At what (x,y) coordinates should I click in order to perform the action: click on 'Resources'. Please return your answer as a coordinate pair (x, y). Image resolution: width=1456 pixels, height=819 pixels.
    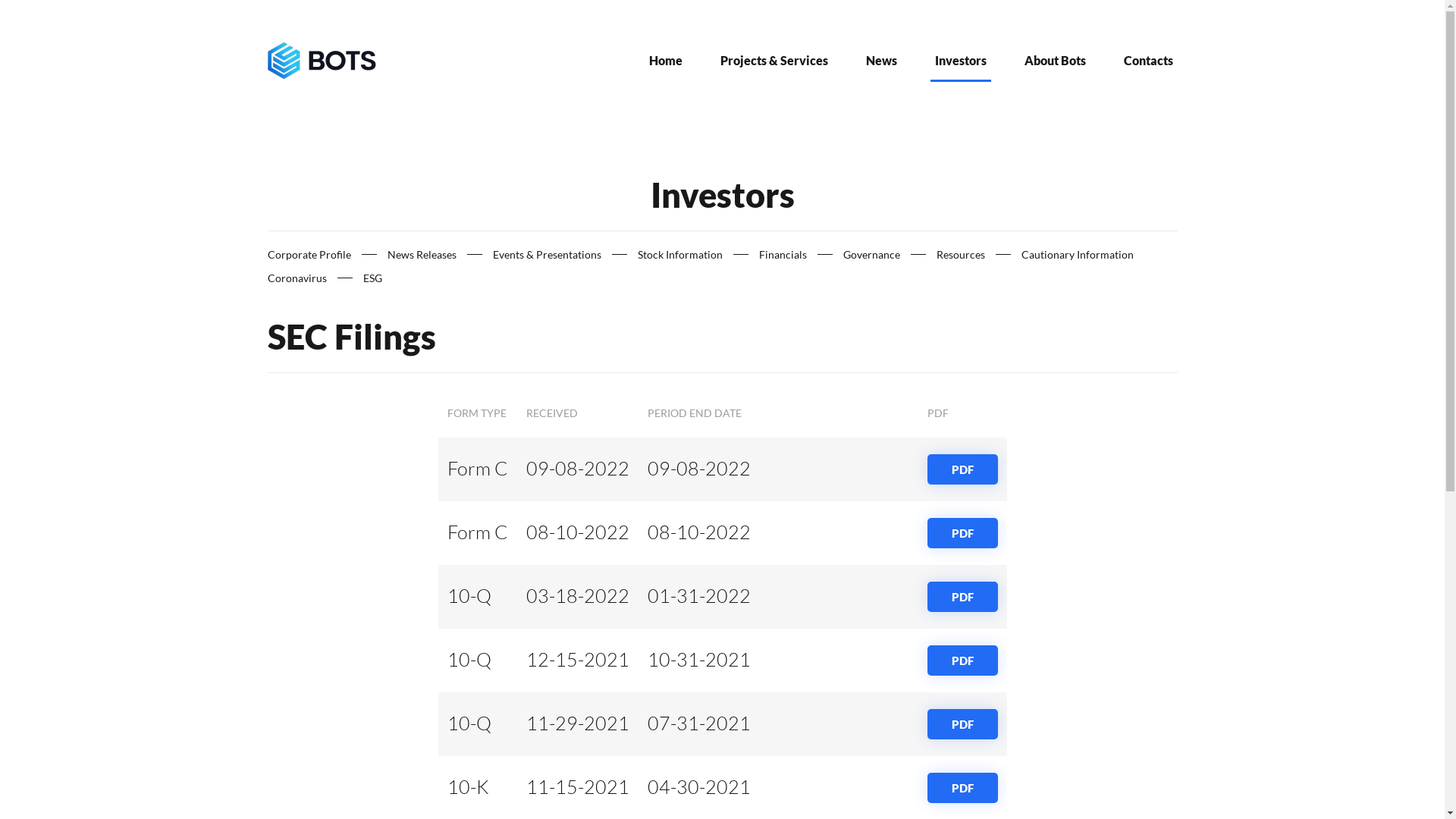
    Looking at the image, I should click on (934, 253).